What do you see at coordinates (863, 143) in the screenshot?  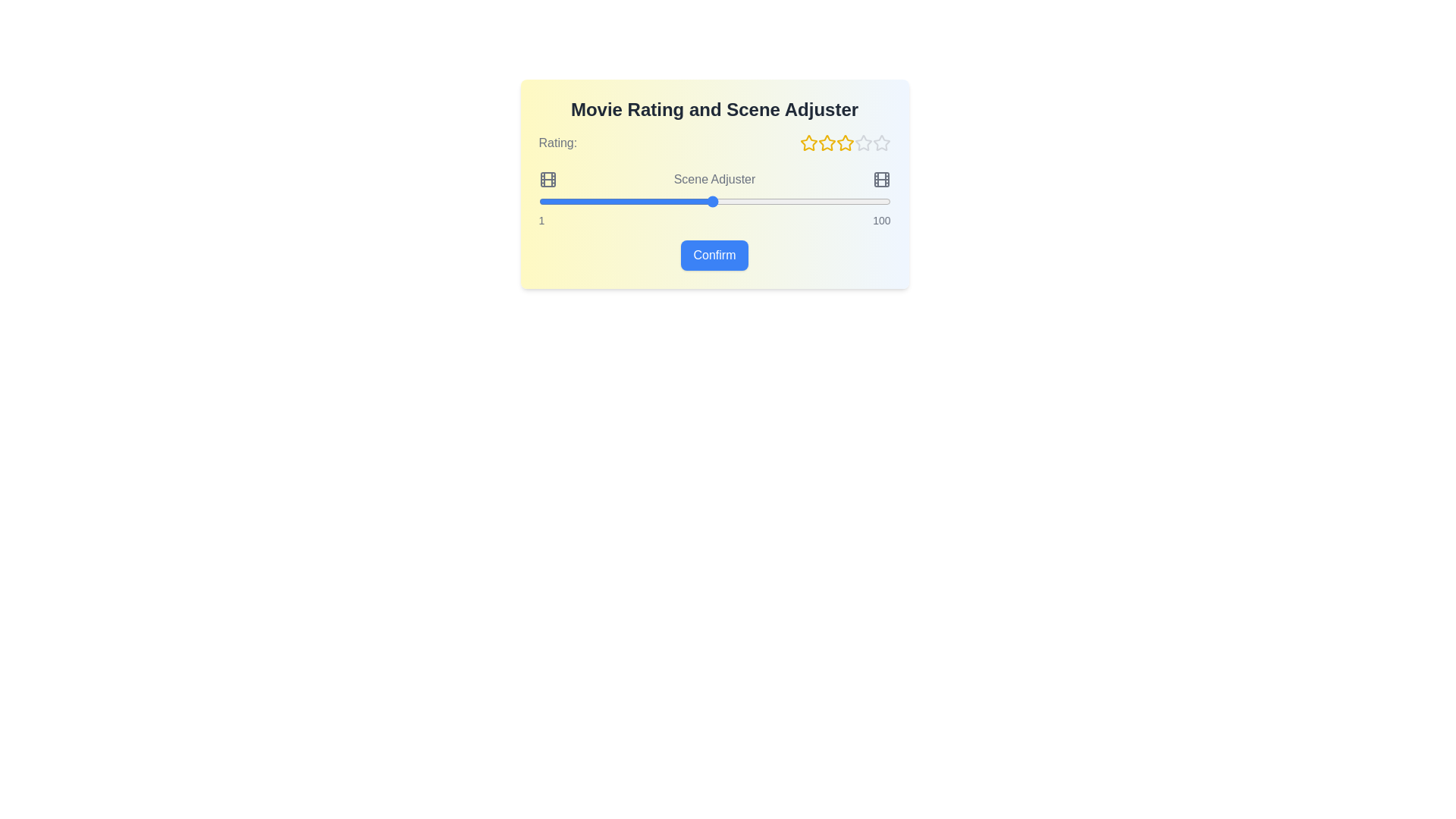 I see `the star corresponding to the desired rating of 4 stars` at bounding box center [863, 143].